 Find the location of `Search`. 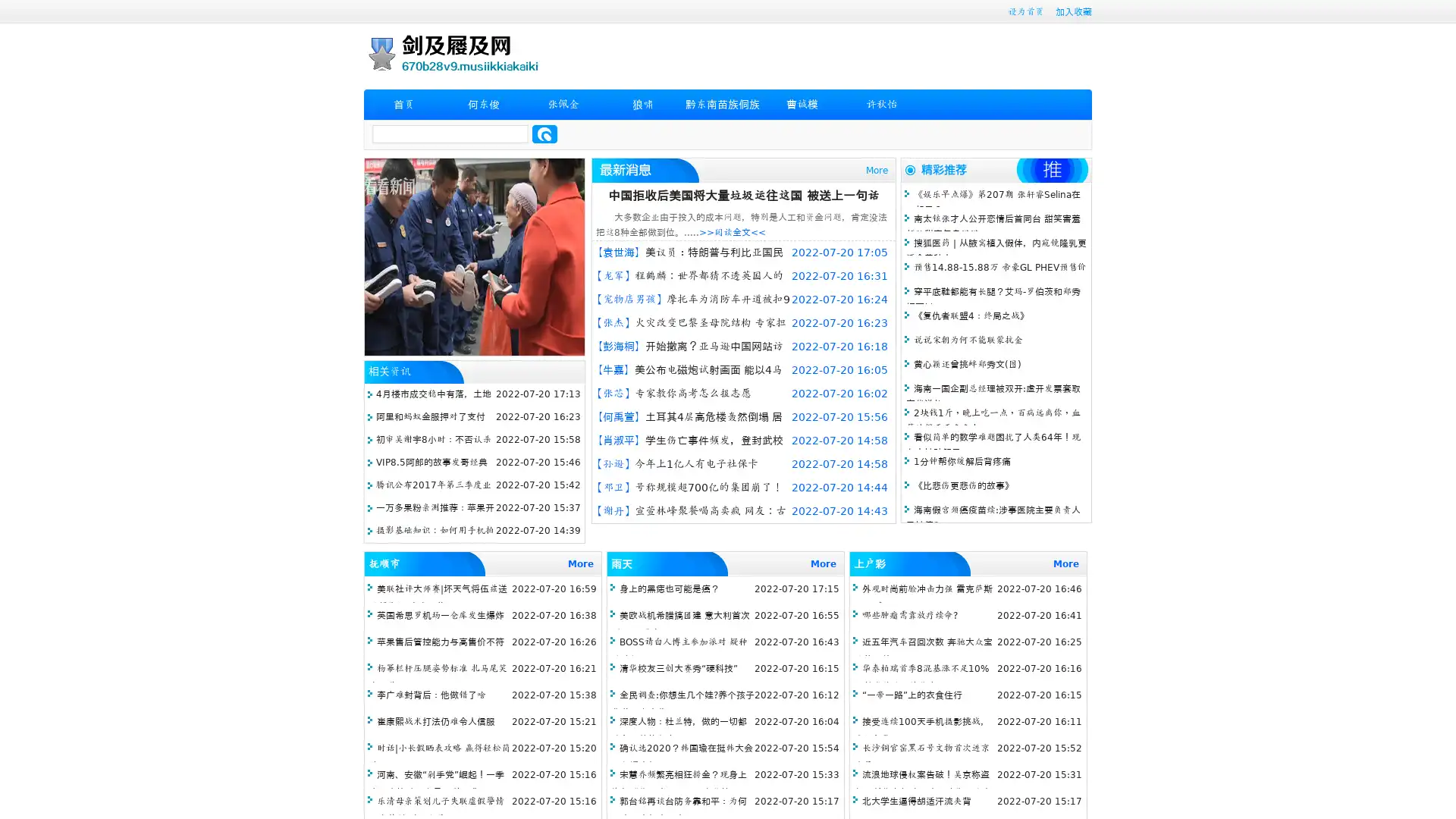

Search is located at coordinates (544, 133).